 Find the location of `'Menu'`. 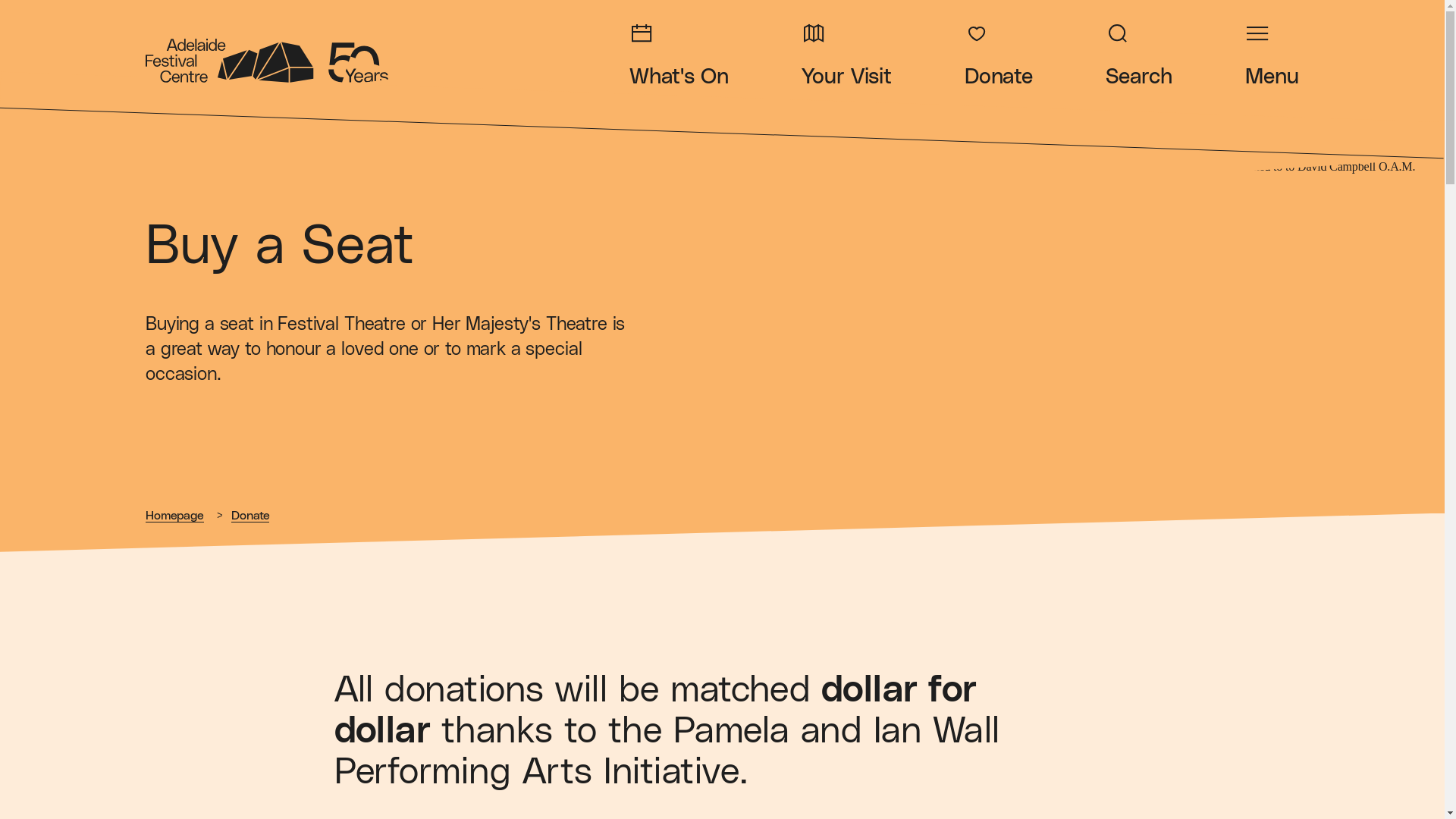

'Menu' is located at coordinates (1272, 54).